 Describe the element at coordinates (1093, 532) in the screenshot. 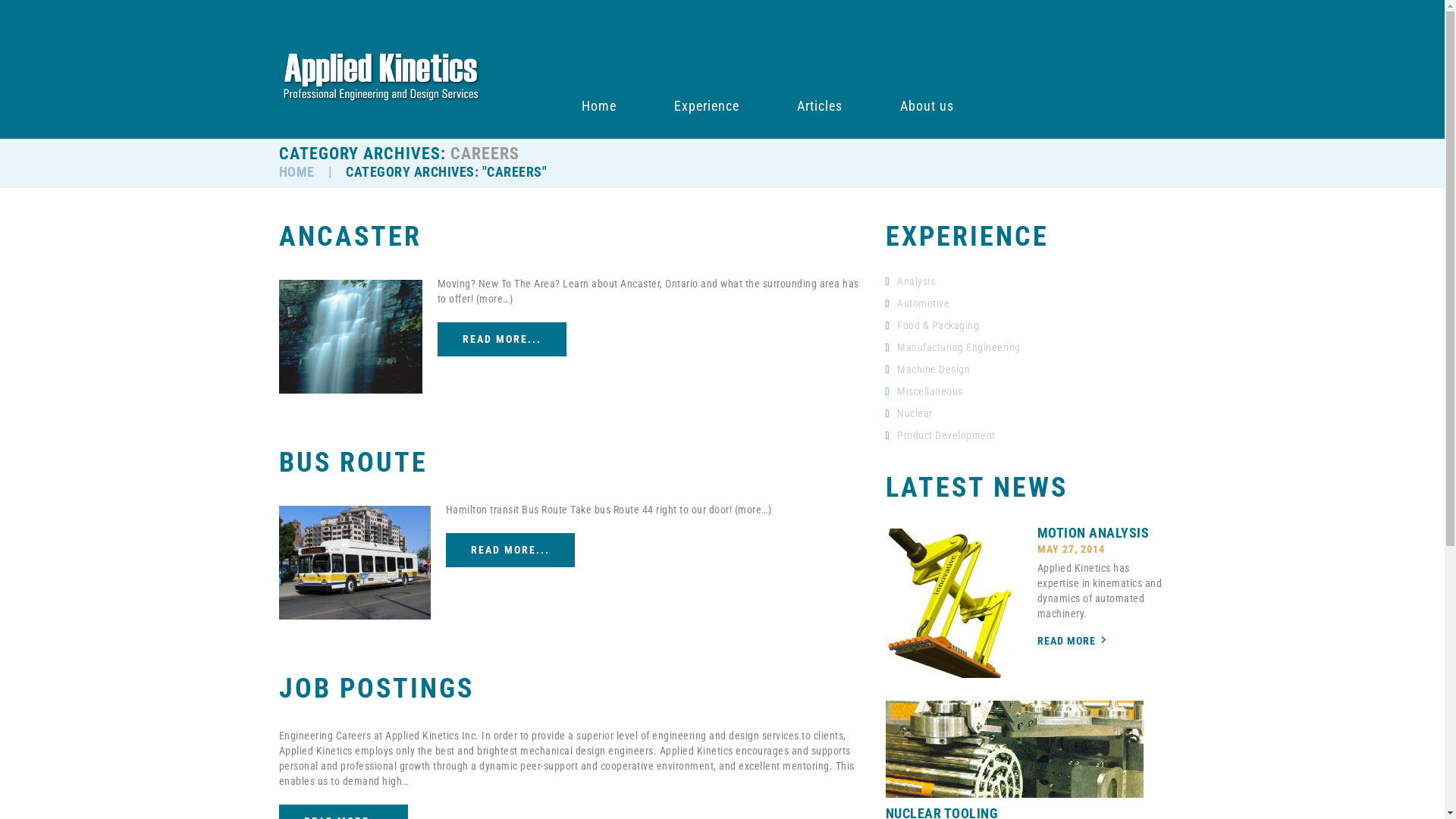

I see `'MOTION ANALYSIS'` at that location.